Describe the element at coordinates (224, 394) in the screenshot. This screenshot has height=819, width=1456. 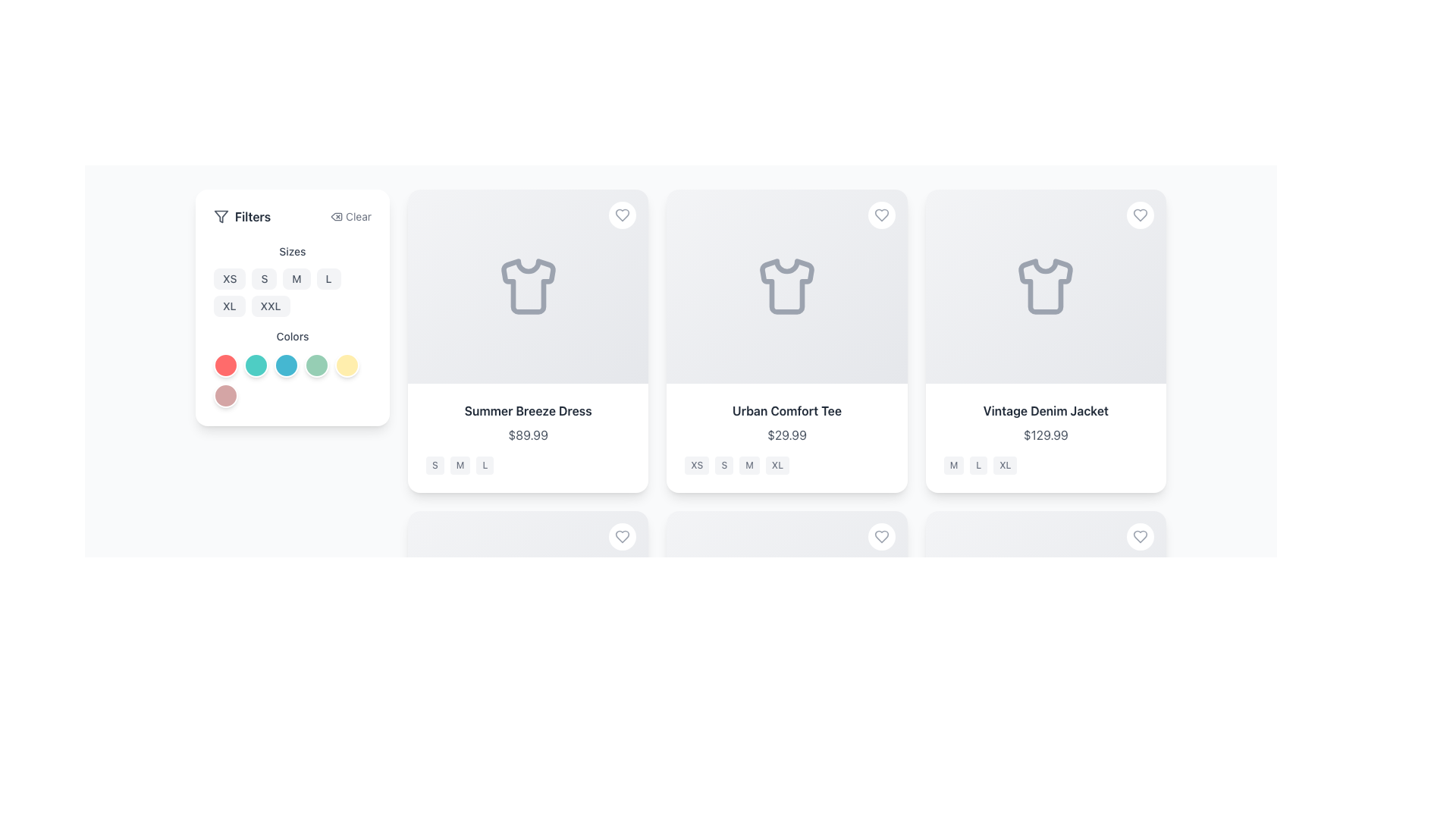
I see `the sixth button in the 'Colors' filter section` at that location.